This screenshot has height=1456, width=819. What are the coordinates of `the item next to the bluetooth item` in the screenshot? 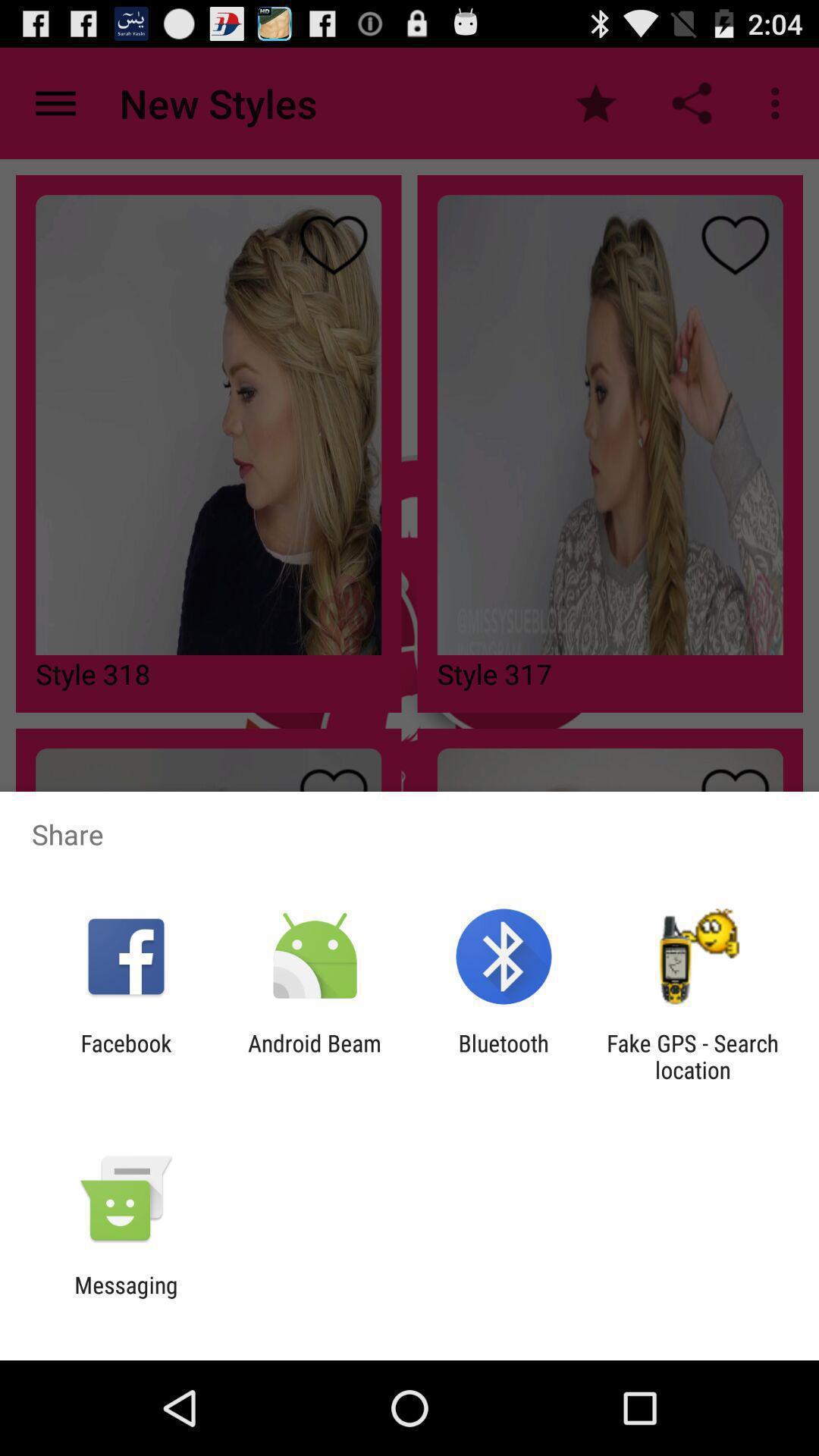 It's located at (314, 1056).